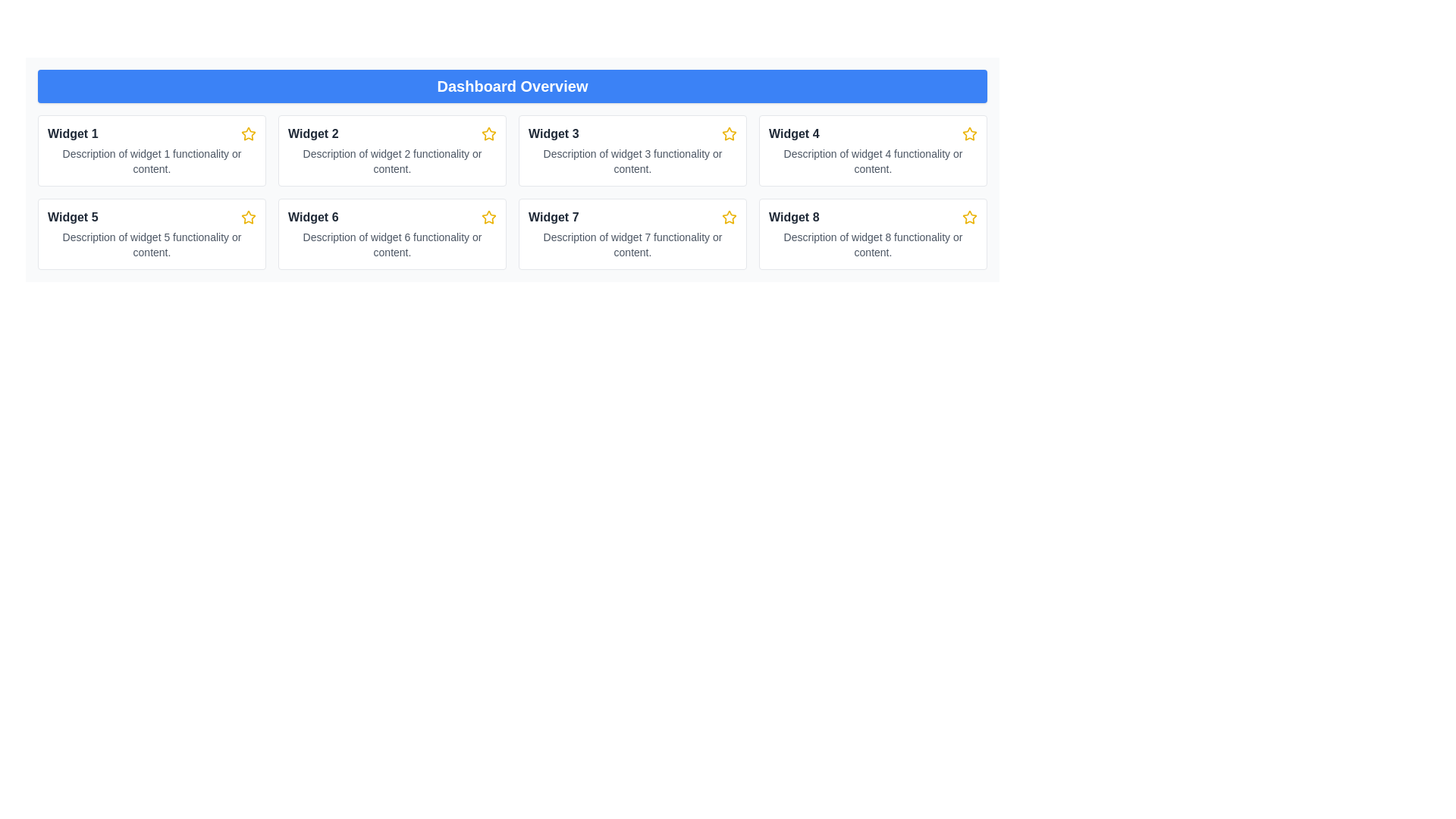 The height and width of the screenshot is (819, 1456). What do you see at coordinates (873, 161) in the screenshot?
I see `the Text label that describes the functionality of 'Widget 4', located in the second column of the second row of the dashboard grid layout` at bounding box center [873, 161].